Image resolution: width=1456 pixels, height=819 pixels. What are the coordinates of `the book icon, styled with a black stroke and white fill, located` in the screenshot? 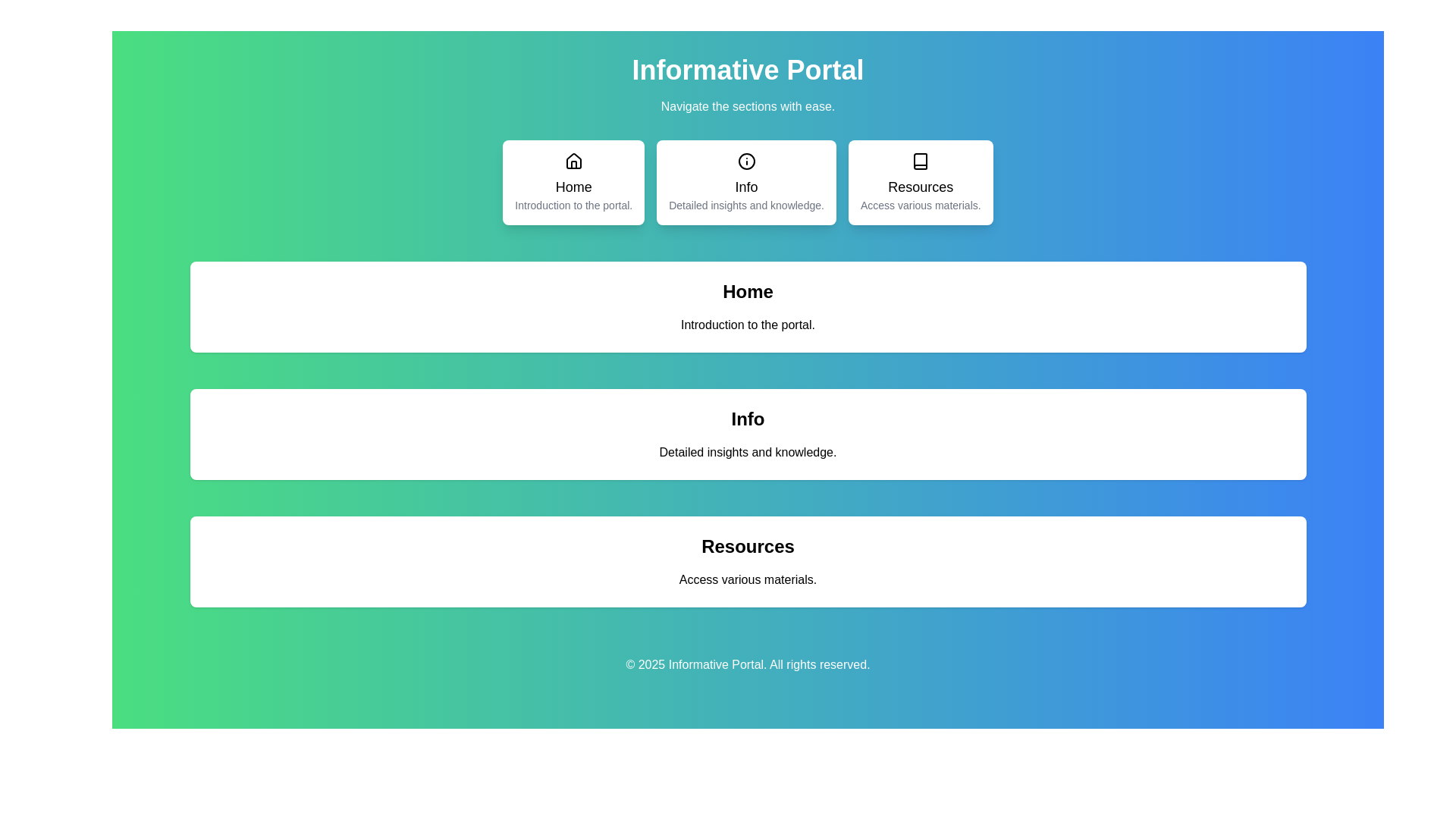 It's located at (920, 161).